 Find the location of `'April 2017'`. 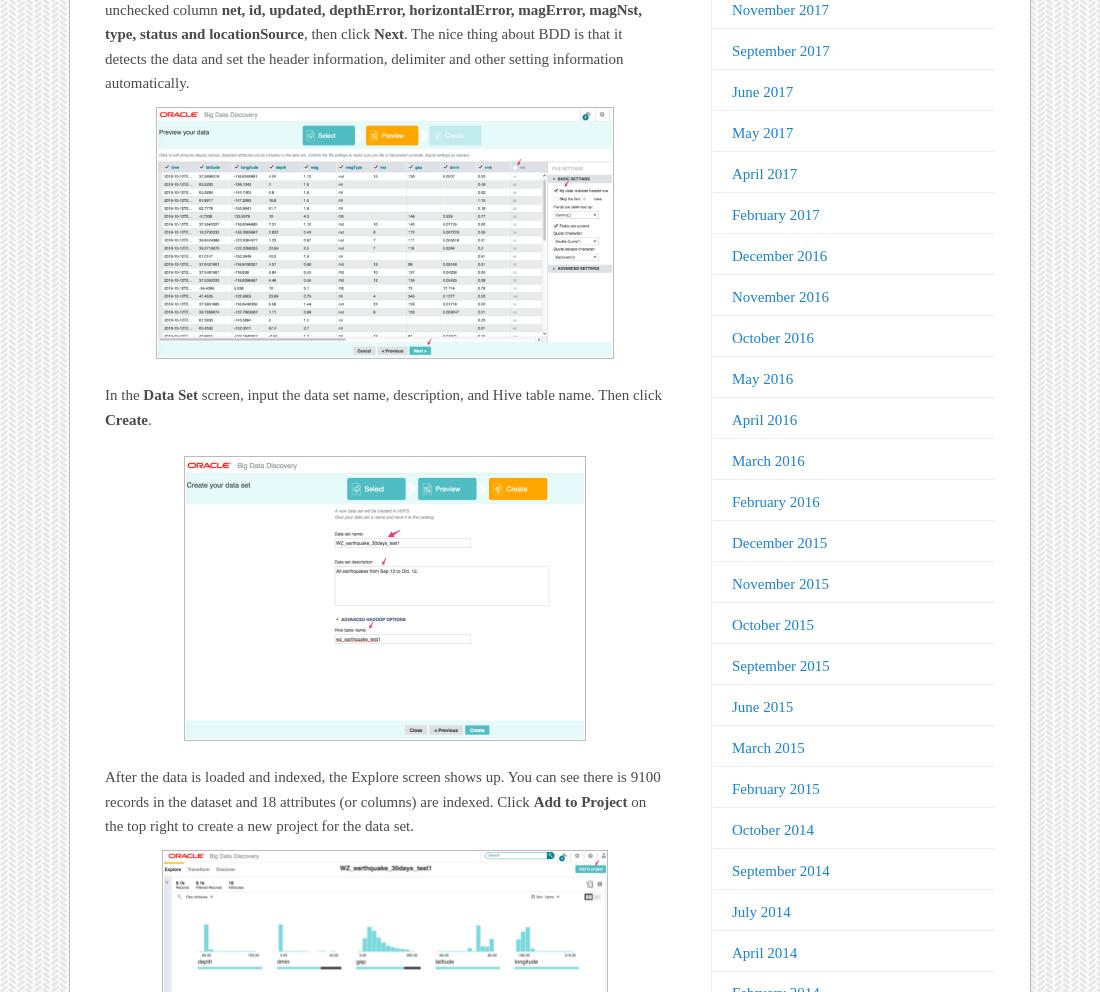

'April 2017' is located at coordinates (763, 172).